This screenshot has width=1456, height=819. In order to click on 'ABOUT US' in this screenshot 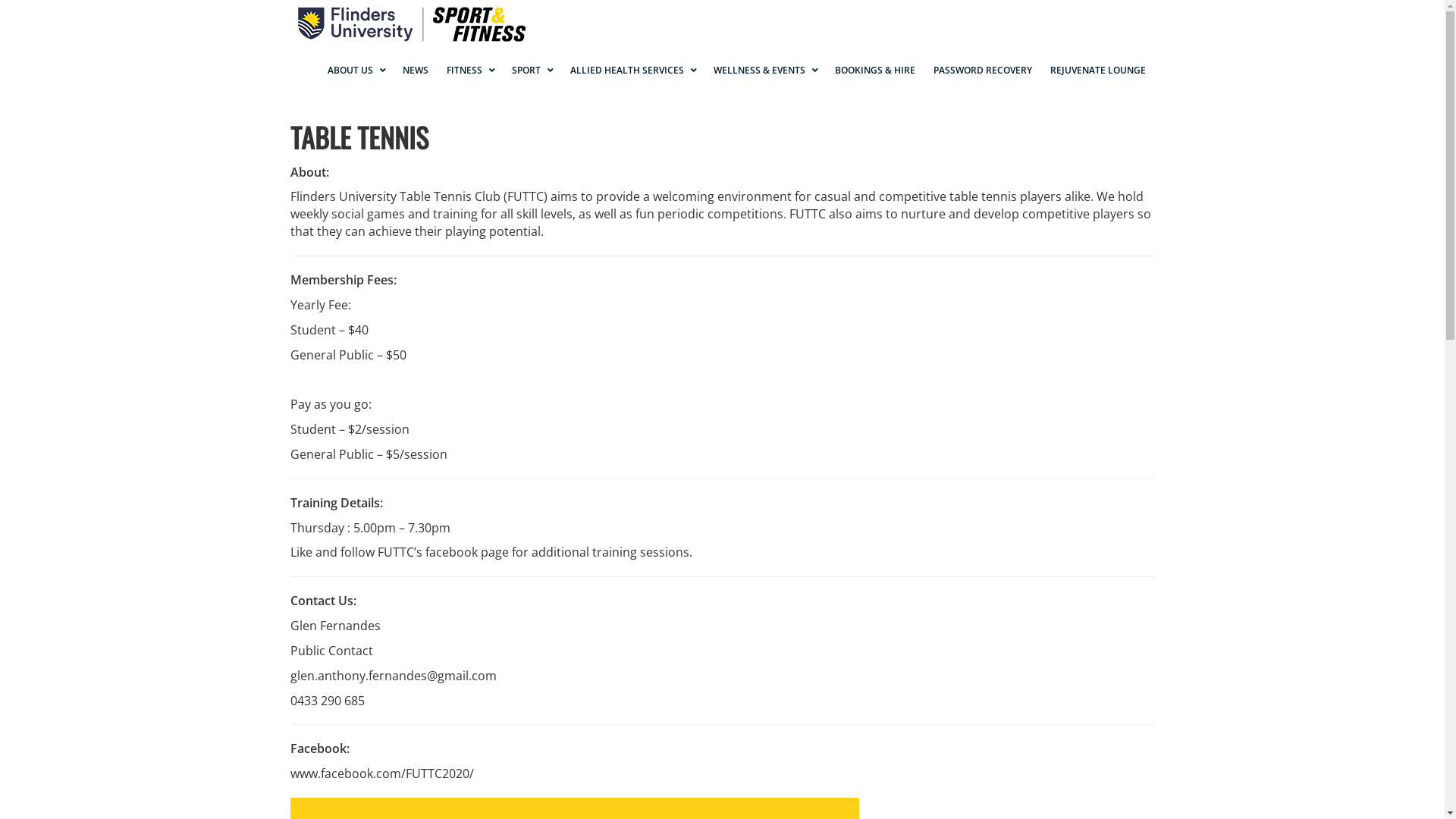, I will do `click(355, 70)`.